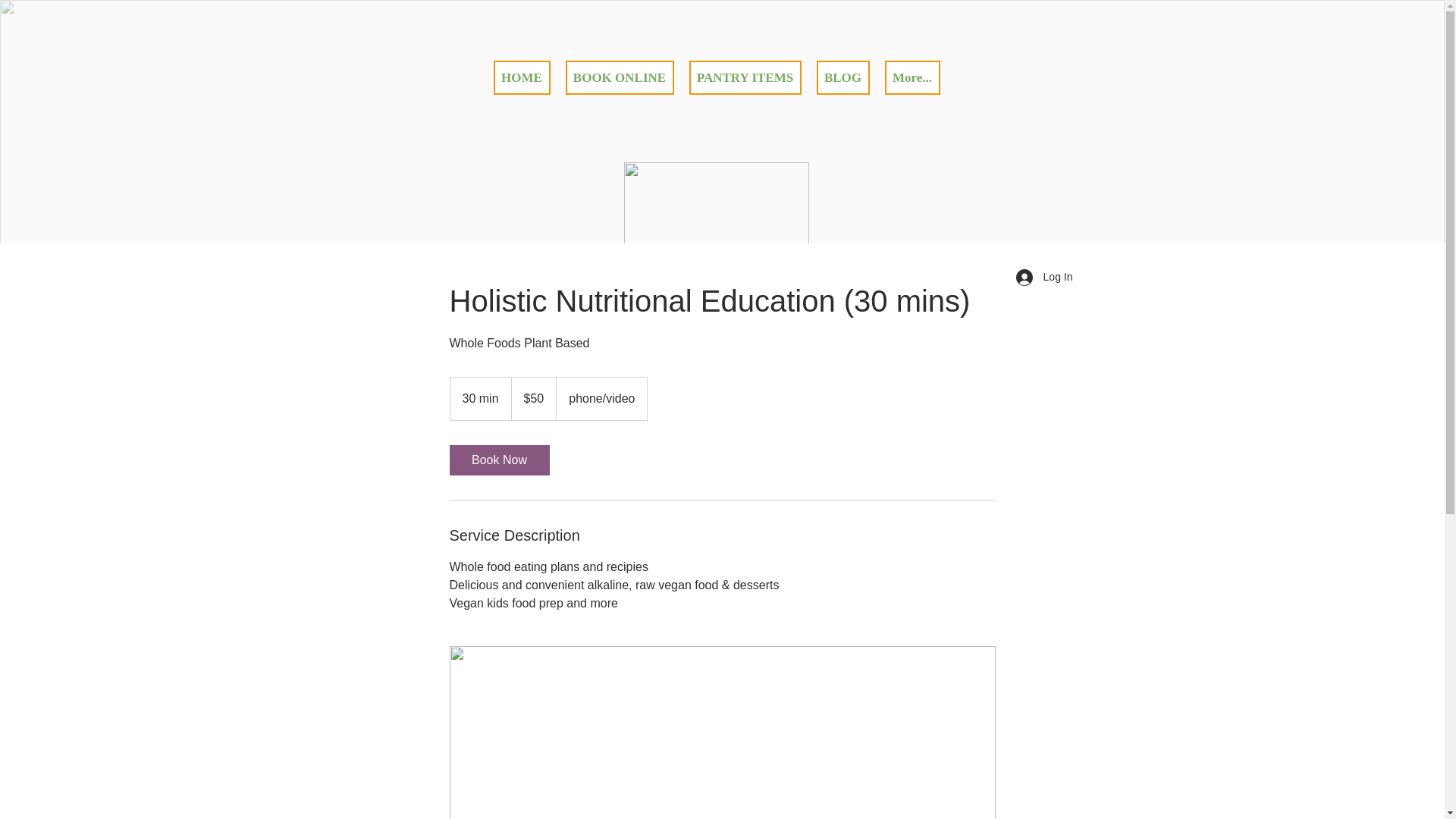 This screenshot has height=819, width=1456. What do you see at coordinates (745, 77) in the screenshot?
I see `'PANTRY ITEMS'` at bounding box center [745, 77].